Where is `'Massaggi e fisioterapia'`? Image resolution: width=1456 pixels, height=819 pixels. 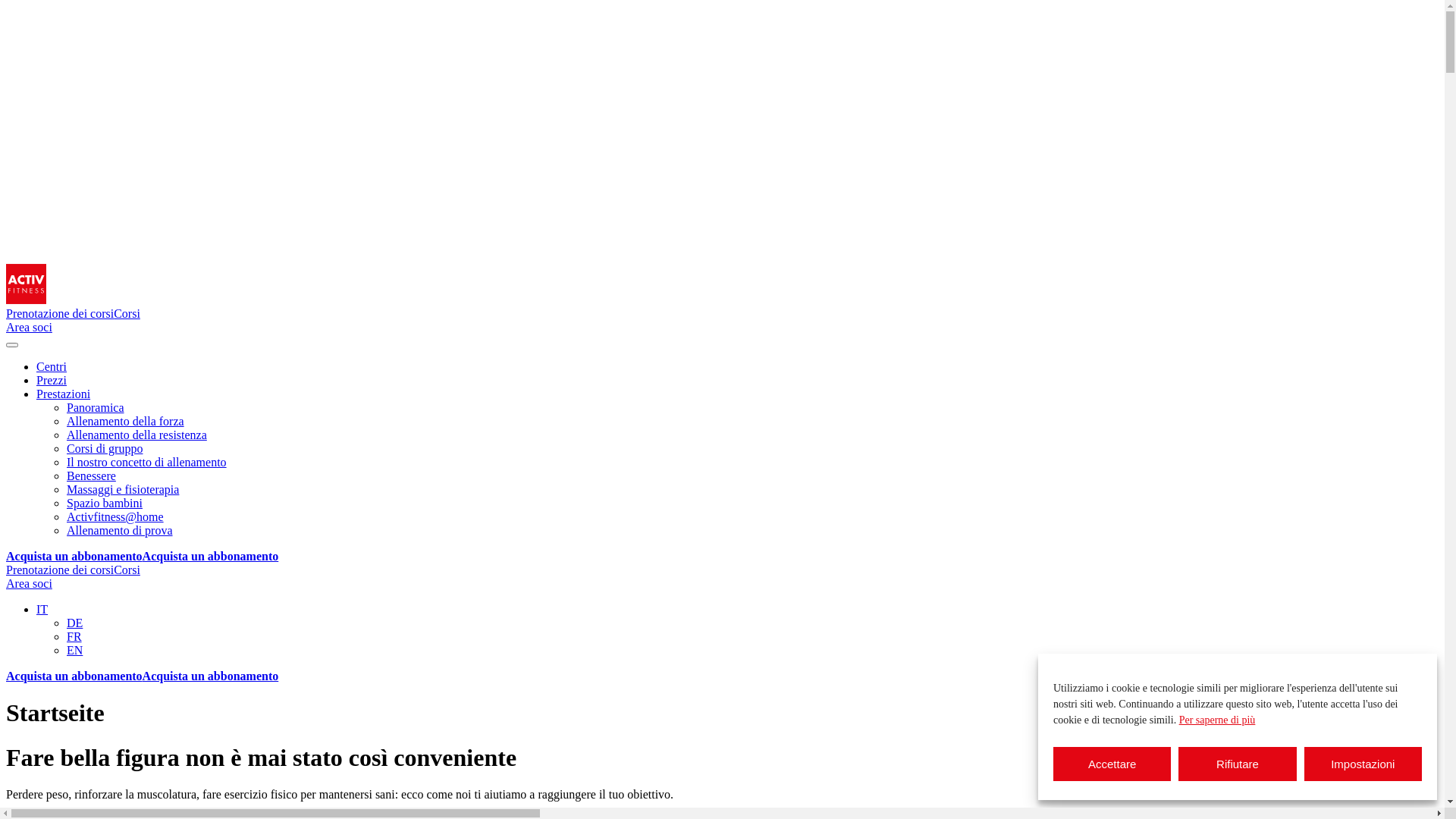 'Massaggi e fisioterapia' is located at coordinates (123, 489).